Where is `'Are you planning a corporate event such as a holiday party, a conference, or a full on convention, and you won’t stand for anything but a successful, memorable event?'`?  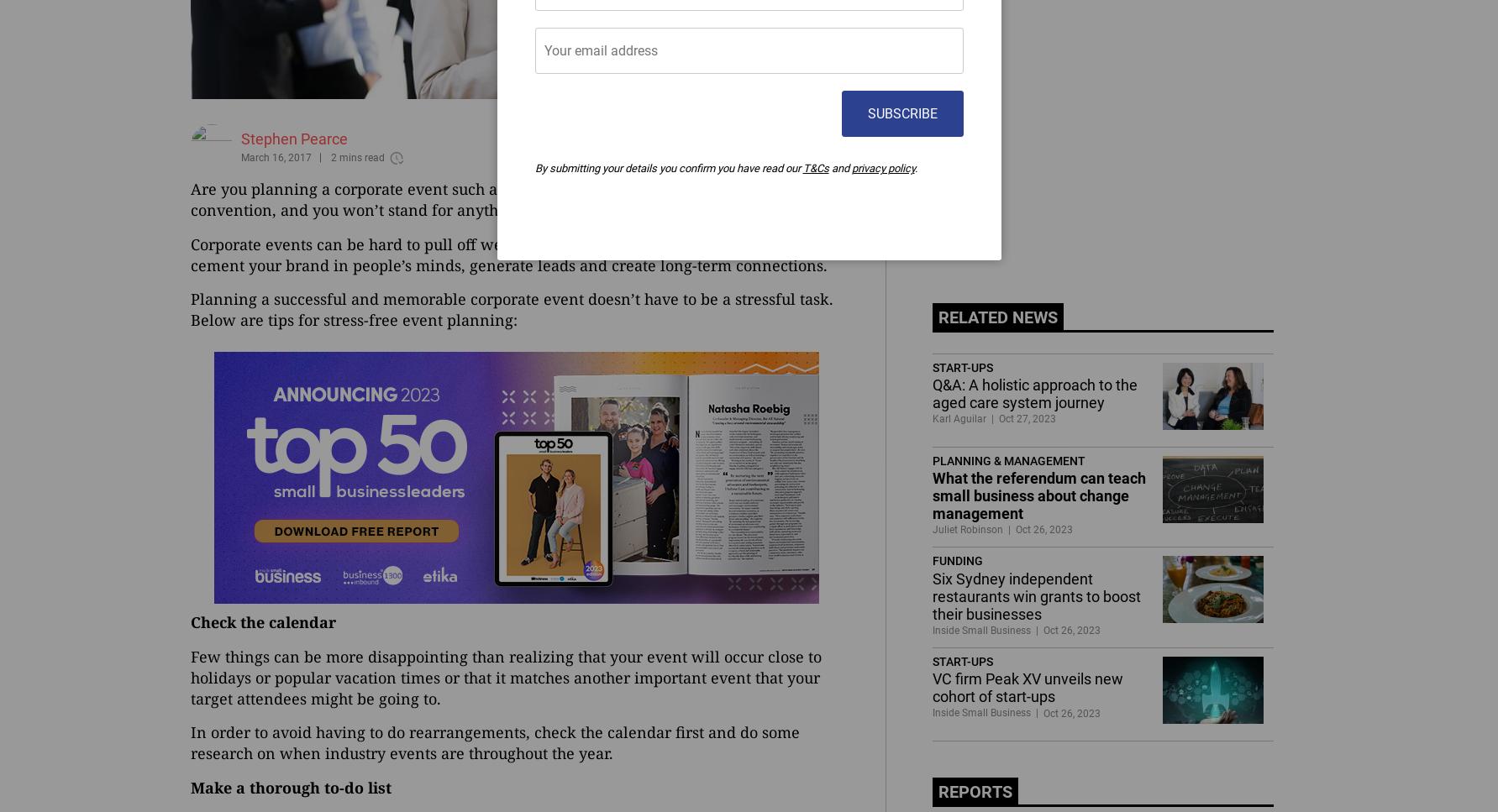 'Are you planning a corporate event such as a holiday party, a conference, or a full on convention, and you won’t stand for anything but a successful, memorable event?' is located at coordinates (496, 199).